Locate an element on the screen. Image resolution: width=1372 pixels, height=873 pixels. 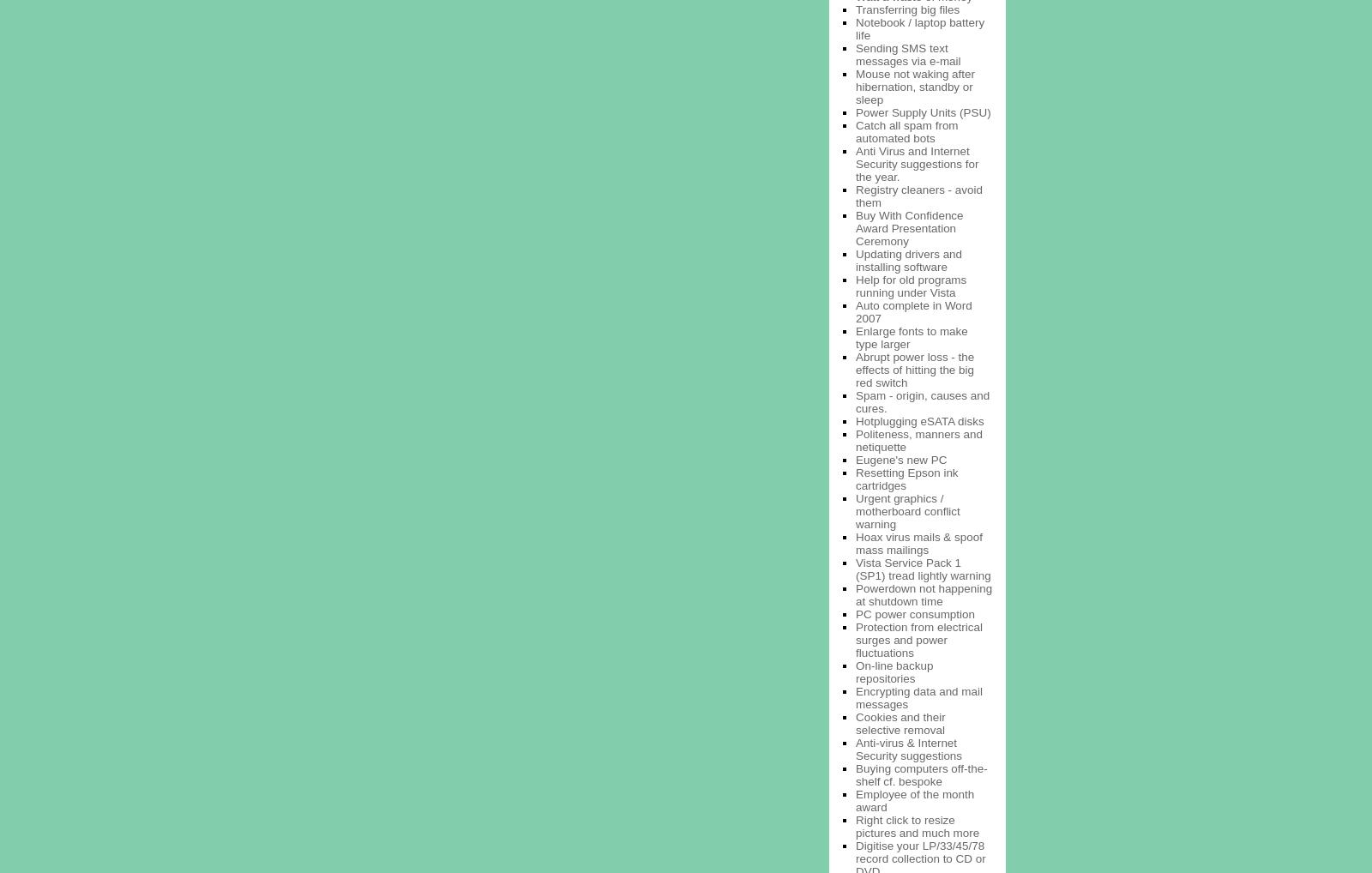
'Buying computers off-the-shelf cf. bespoke' is located at coordinates (921, 774).